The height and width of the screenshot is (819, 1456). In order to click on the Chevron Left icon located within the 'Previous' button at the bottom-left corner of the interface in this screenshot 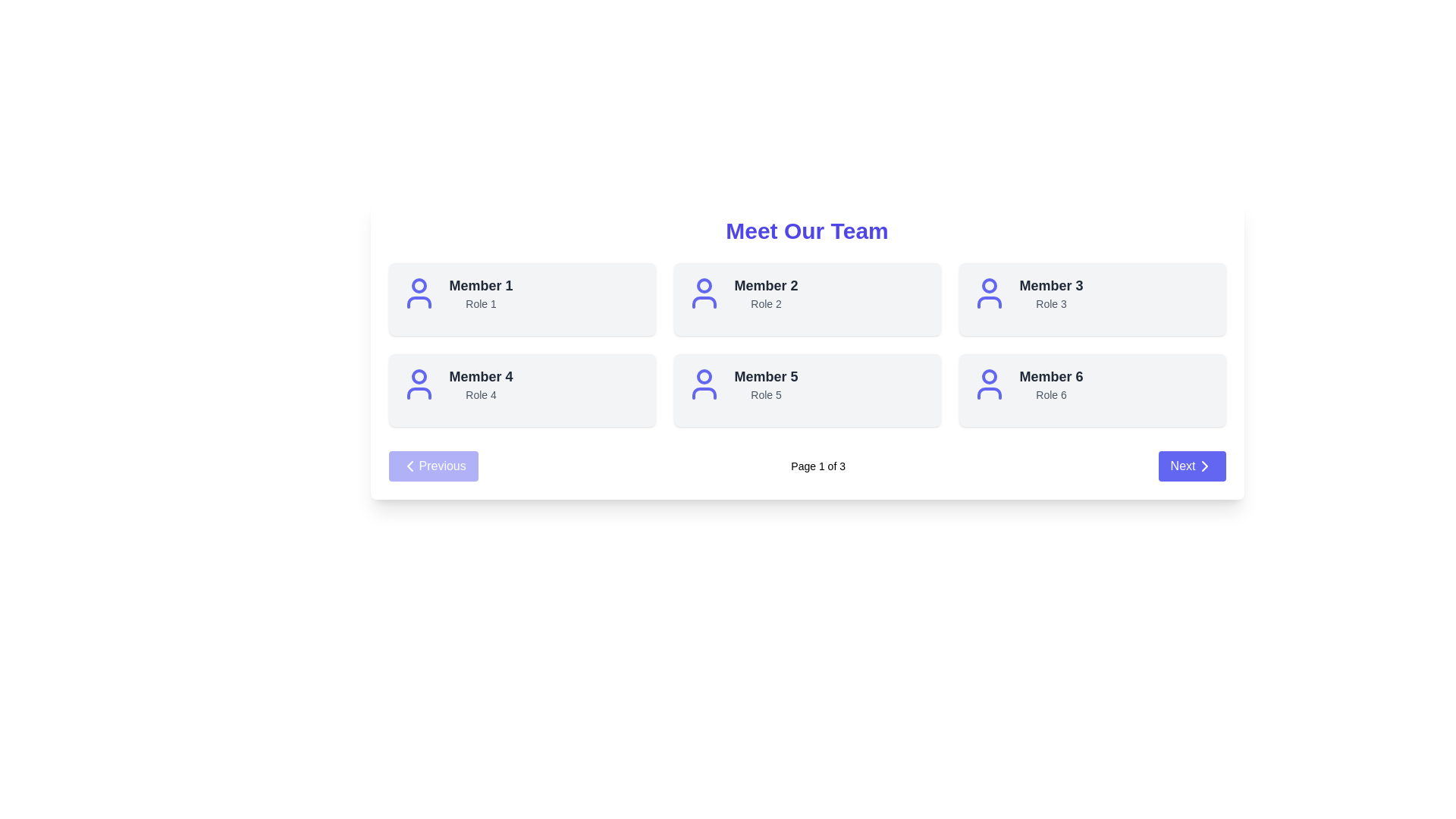, I will do `click(409, 465)`.